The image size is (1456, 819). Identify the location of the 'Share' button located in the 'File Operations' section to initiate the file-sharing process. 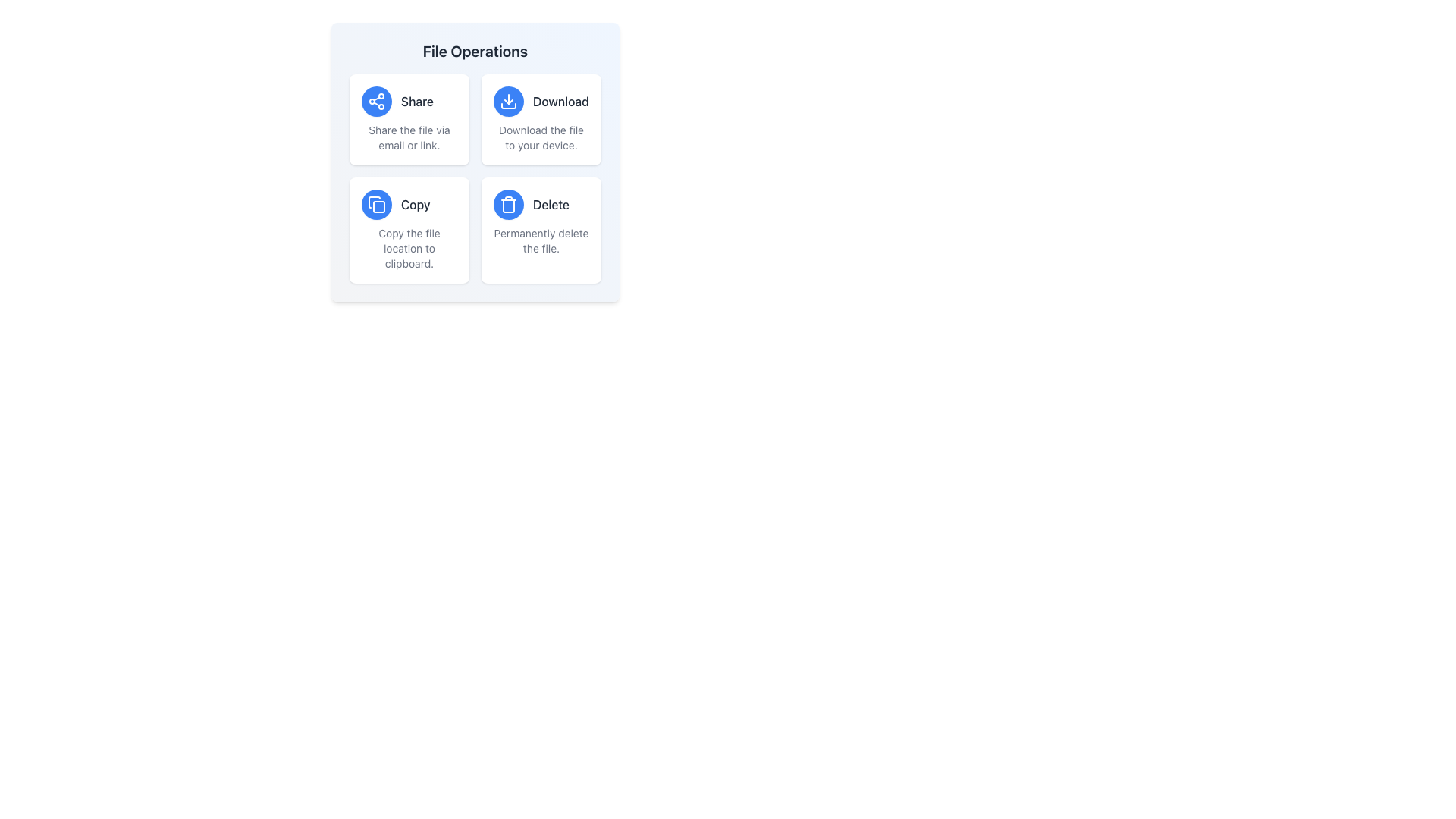
(377, 102).